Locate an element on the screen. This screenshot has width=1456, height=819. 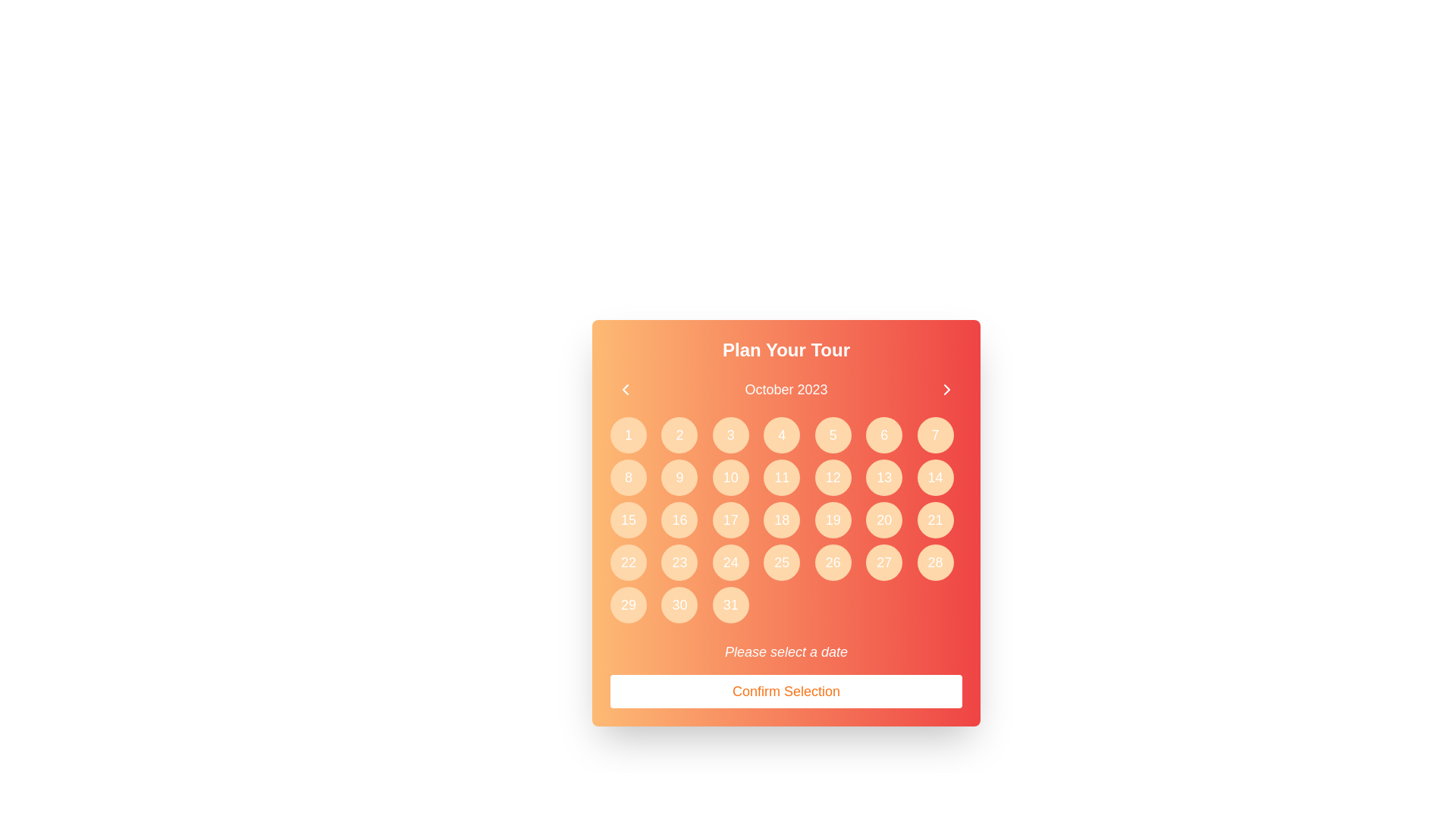
the circular button labeled '1' with a light orange background located at the top-left corner of the calendar grid is located at coordinates (629, 435).